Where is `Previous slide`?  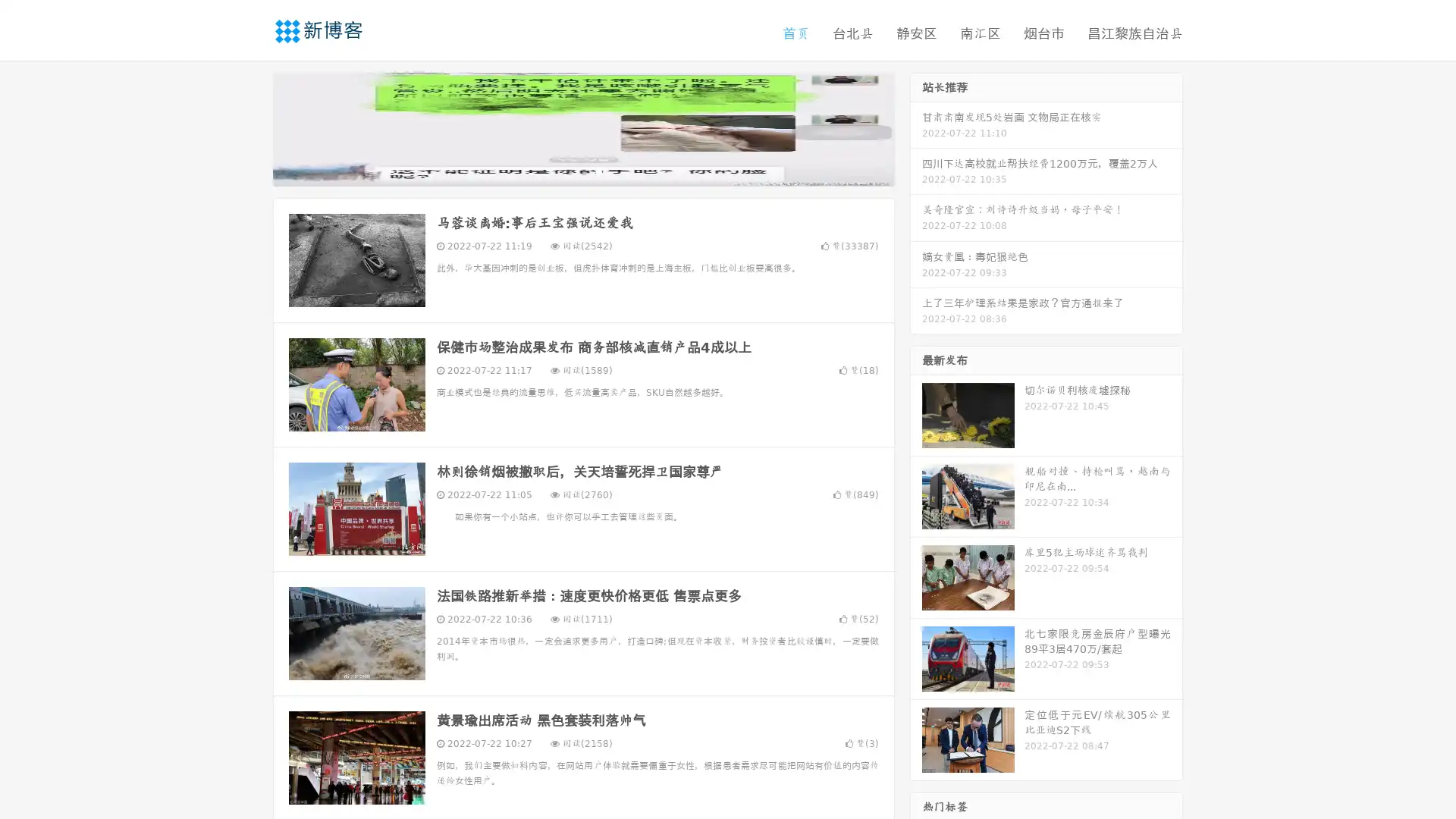
Previous slide is located at coordinates (250, 127).